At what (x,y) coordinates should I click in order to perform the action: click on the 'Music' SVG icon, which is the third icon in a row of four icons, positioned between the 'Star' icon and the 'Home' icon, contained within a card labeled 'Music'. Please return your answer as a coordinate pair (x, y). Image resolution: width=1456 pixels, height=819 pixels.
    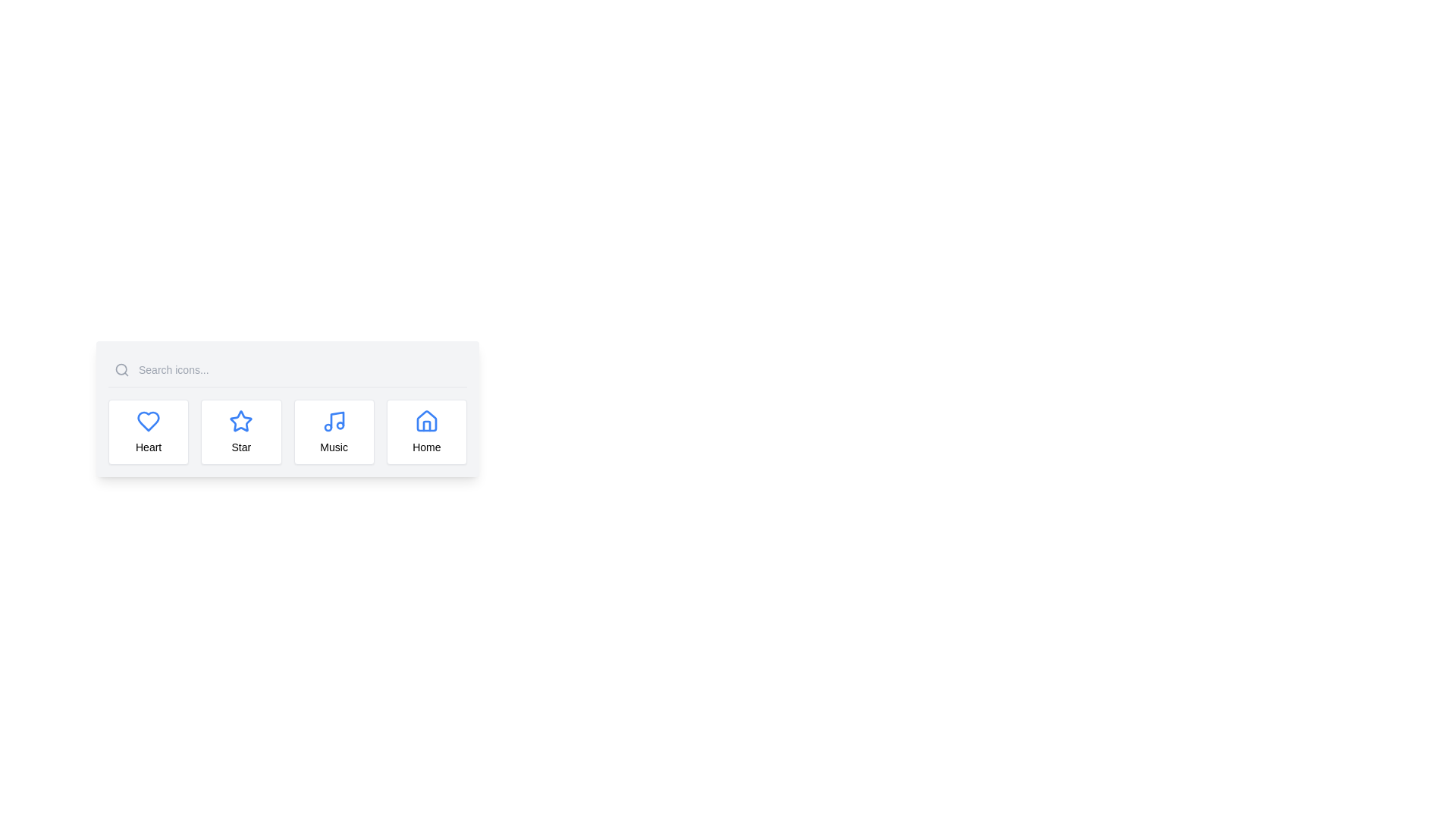
    Looking at the image, I should click on (333, 421).